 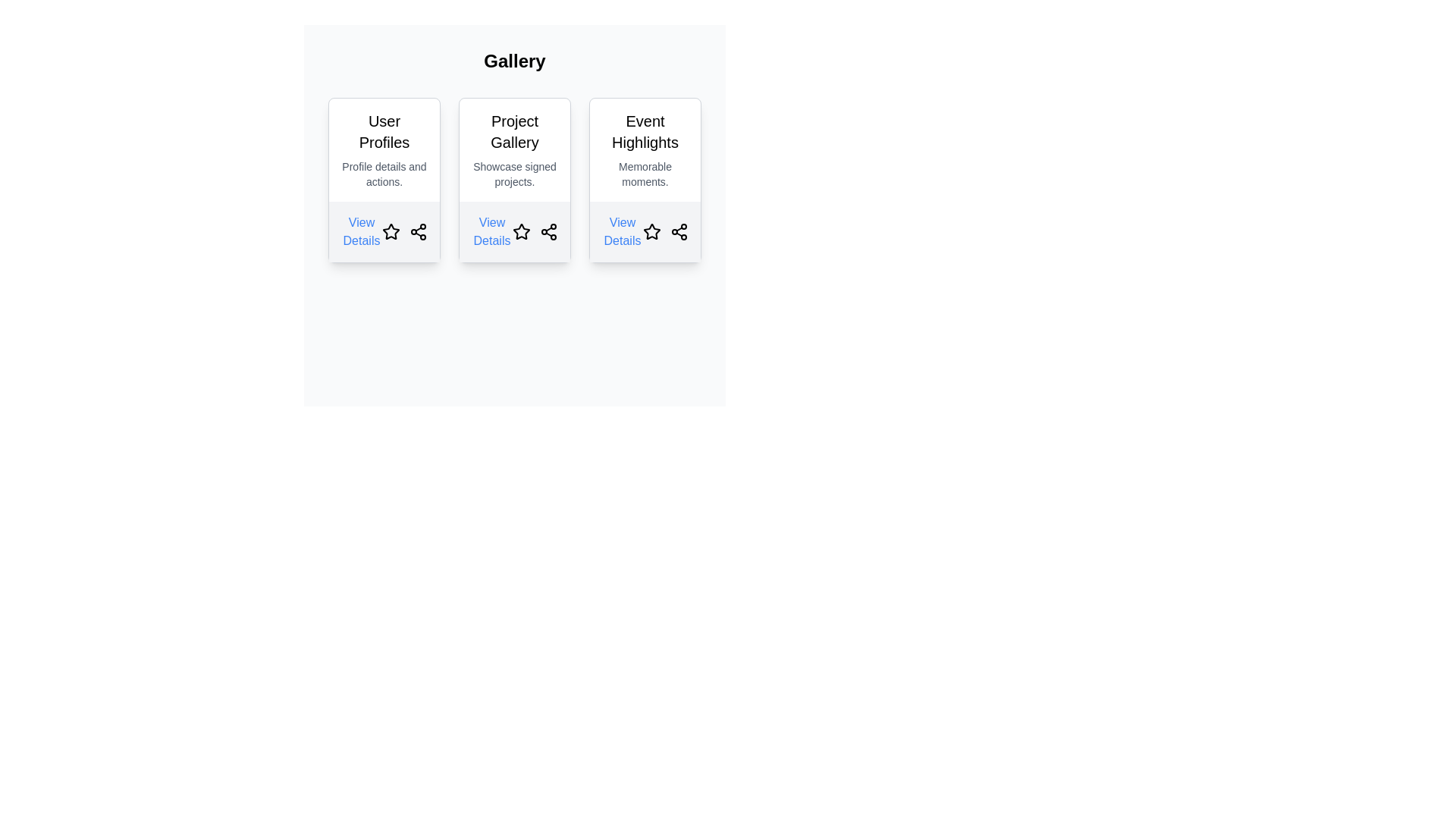 I want to click on the text label that reads 'Showcase signed projects.' located within the 'Project Gallery' section of the card design, so click(x=514, y=174).